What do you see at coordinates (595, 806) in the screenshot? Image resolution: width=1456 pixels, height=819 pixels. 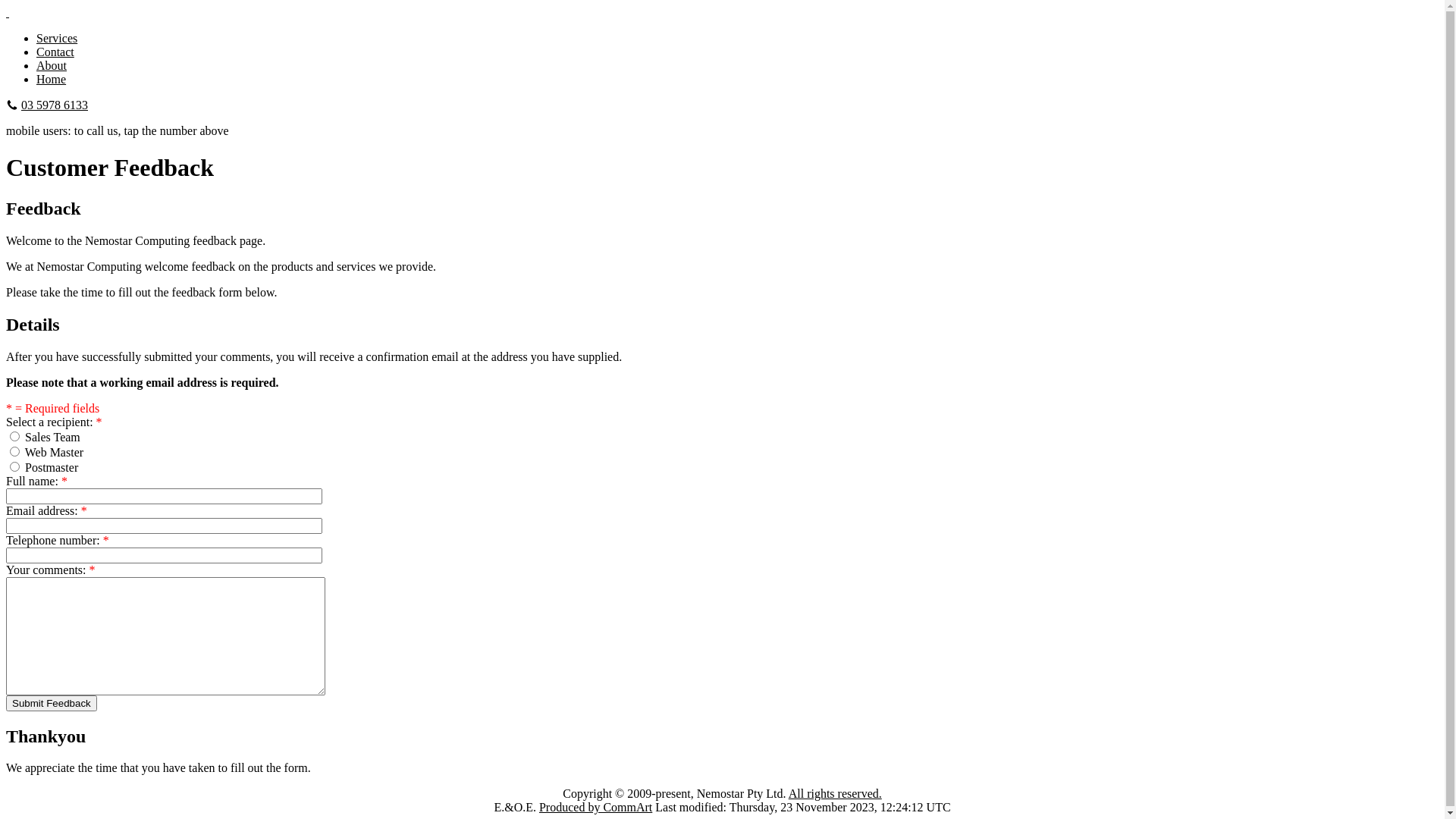 I see `'Produced by CommArt'` at bounding box center [595, 806].